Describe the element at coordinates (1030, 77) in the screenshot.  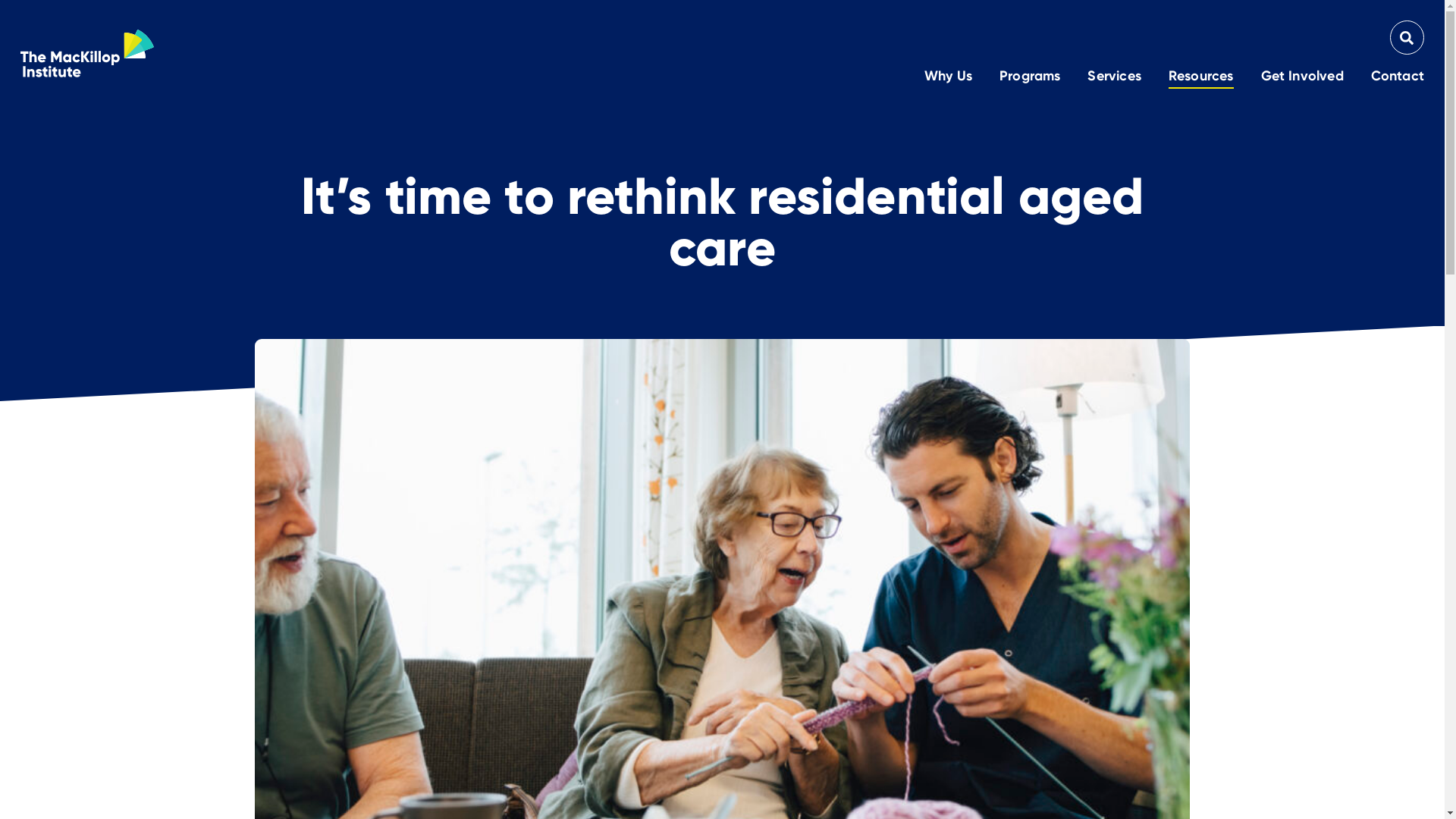
I see `'Programs'` at that location.